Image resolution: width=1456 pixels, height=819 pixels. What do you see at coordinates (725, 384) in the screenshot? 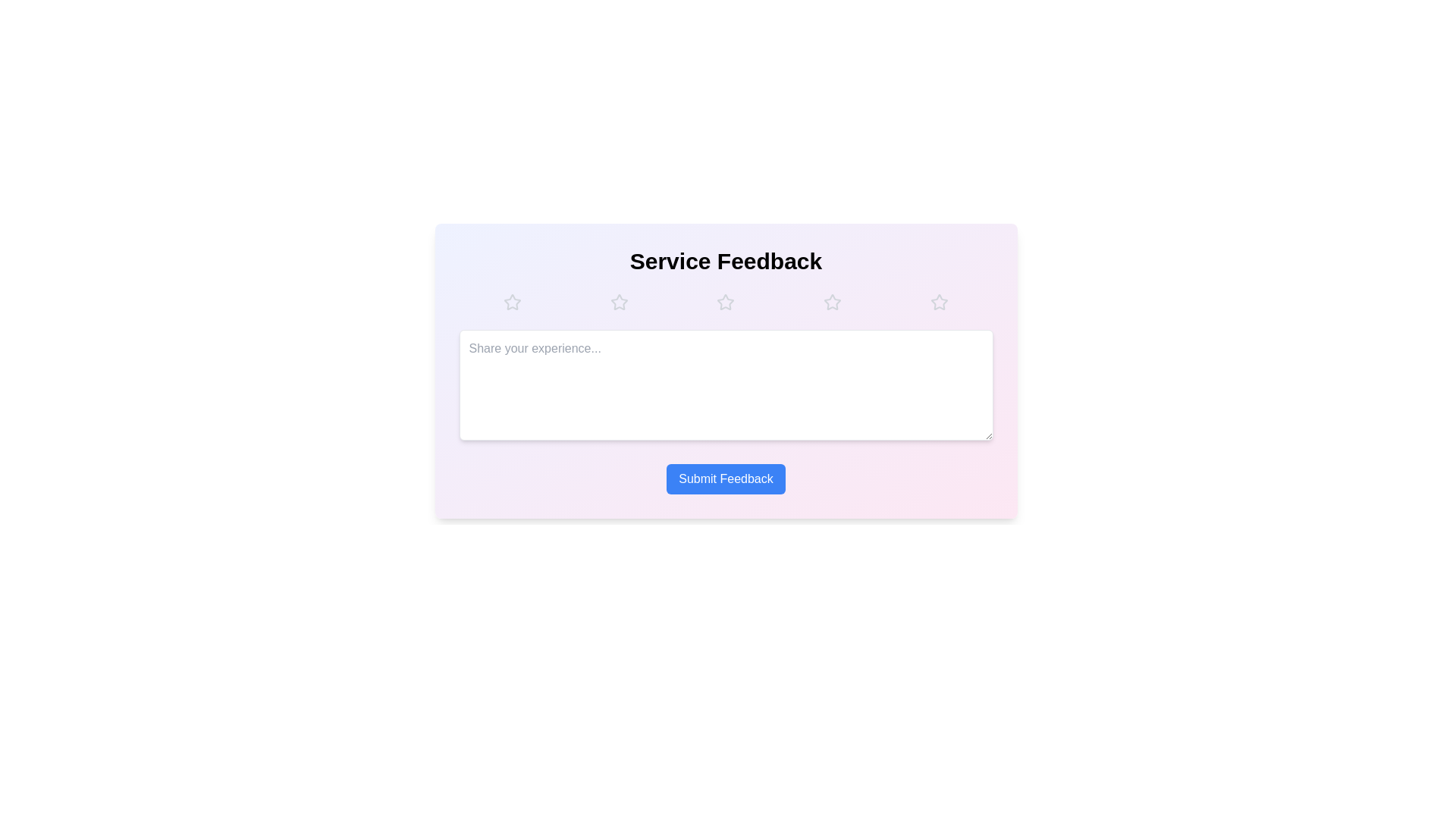
I see `the feedback text area to focus and input text` at bounding box center [725, 384].